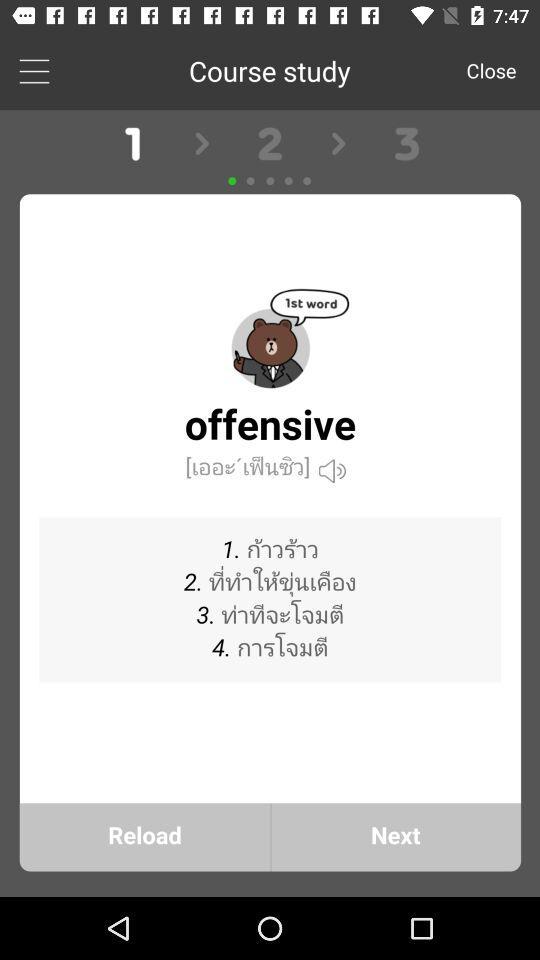  What do you see at coordinates (270, 502) in the screenshot?
I see `next slide` at bounding box center [270, 502].